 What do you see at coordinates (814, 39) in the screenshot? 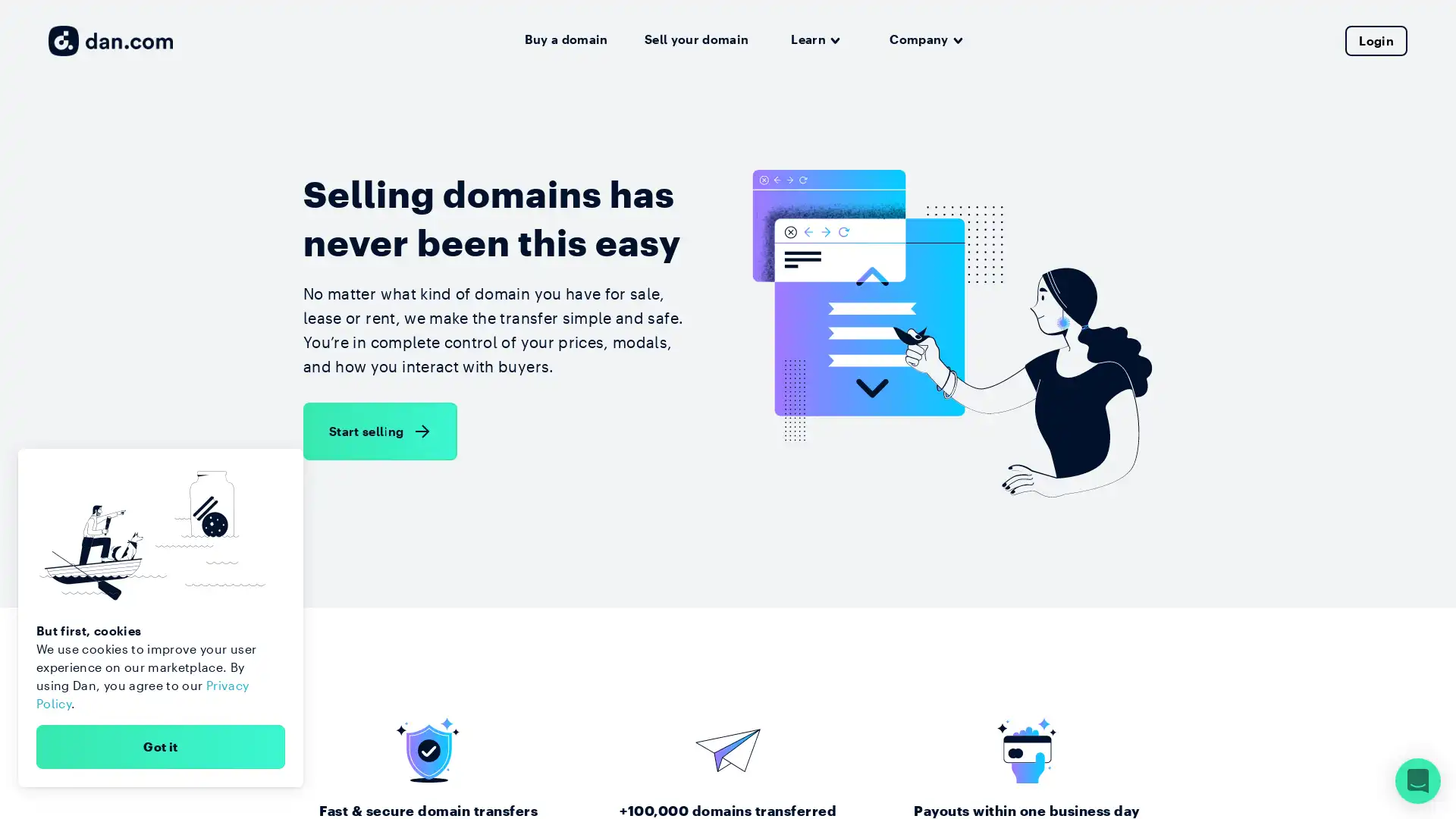
I see `Learn` at bounding box center [814, 39].